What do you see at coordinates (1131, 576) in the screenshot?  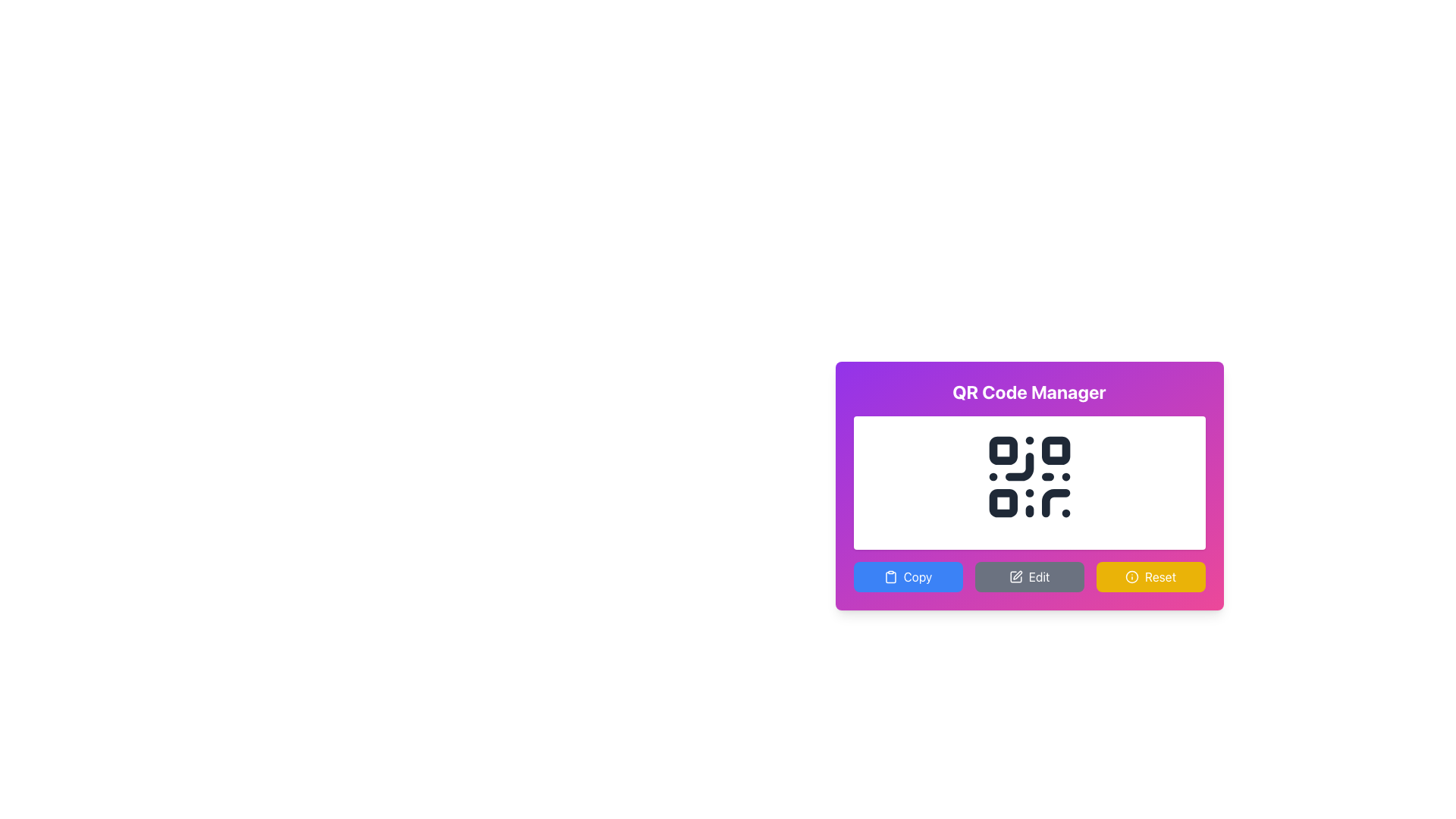 I see `the outermost circular outline of the informational icon in the QR Code Manager interface` at bounding box center [1131, 576].